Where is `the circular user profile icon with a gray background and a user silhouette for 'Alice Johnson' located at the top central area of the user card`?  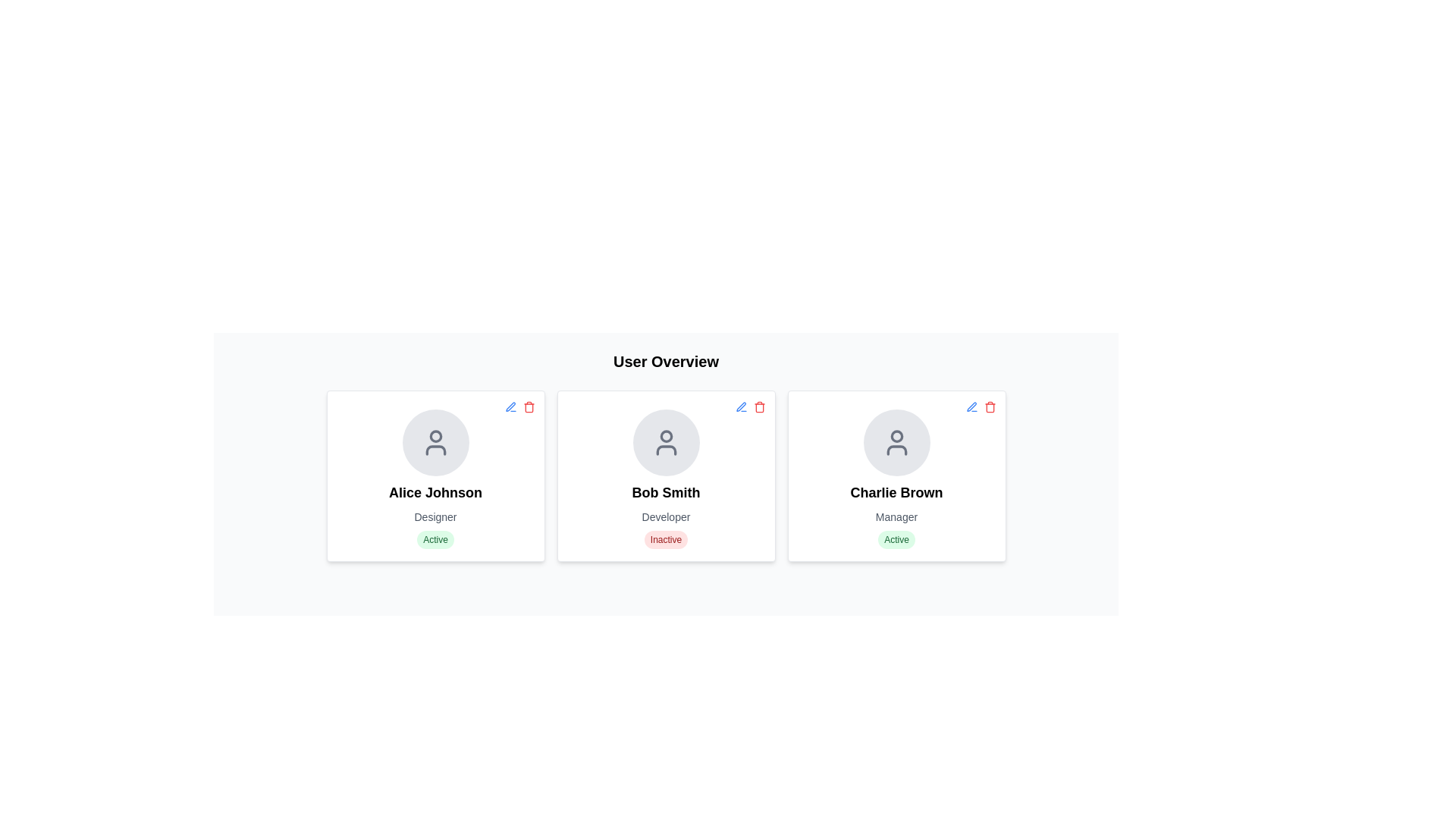
the circular user profile icon with a gray background and a user silhouette for 'Alice Johnson' located at the top central area of the user card is located at coordinates (435, 442).